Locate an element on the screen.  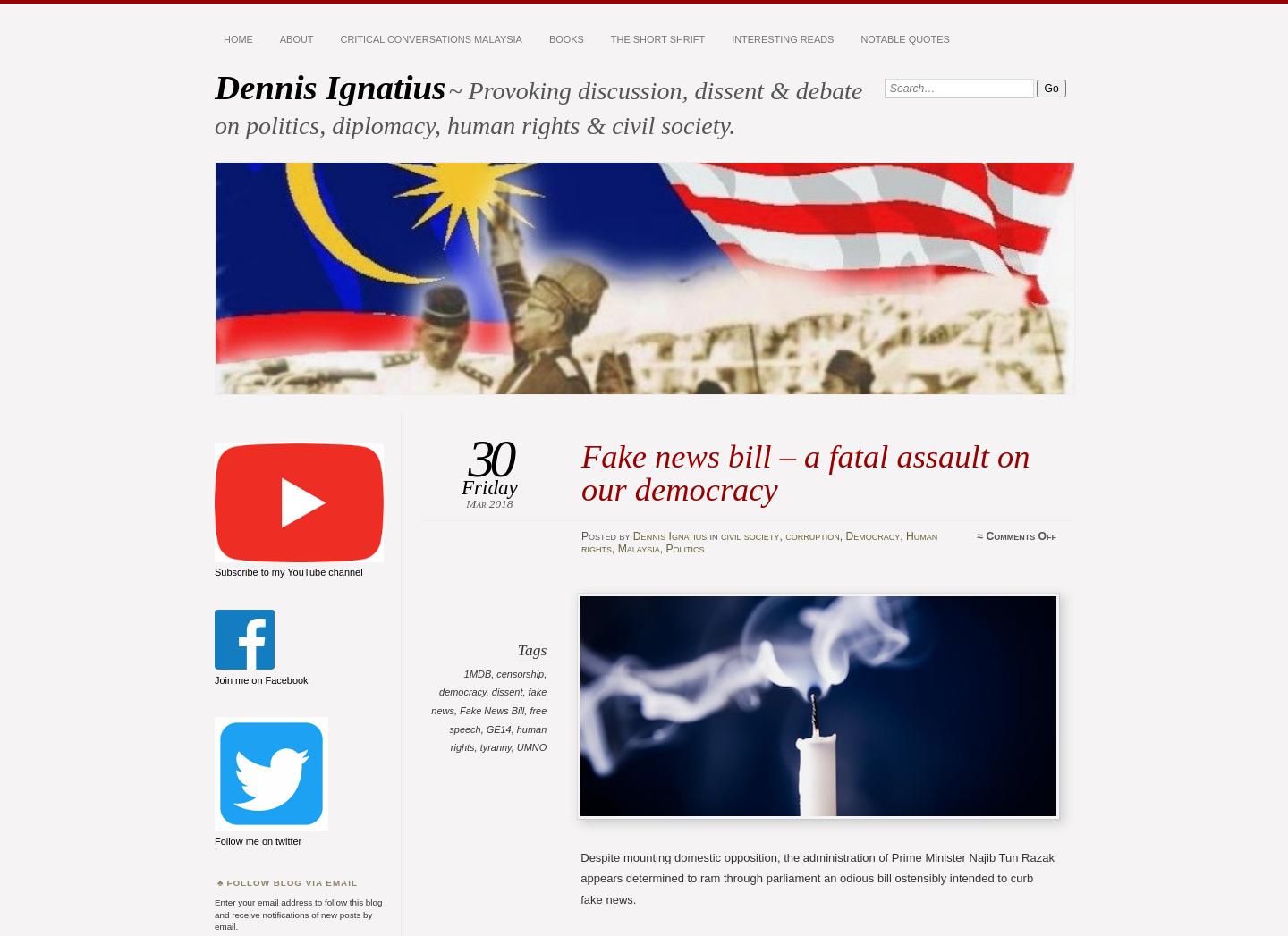
'Democracy' is located at coordinates (871, 535).